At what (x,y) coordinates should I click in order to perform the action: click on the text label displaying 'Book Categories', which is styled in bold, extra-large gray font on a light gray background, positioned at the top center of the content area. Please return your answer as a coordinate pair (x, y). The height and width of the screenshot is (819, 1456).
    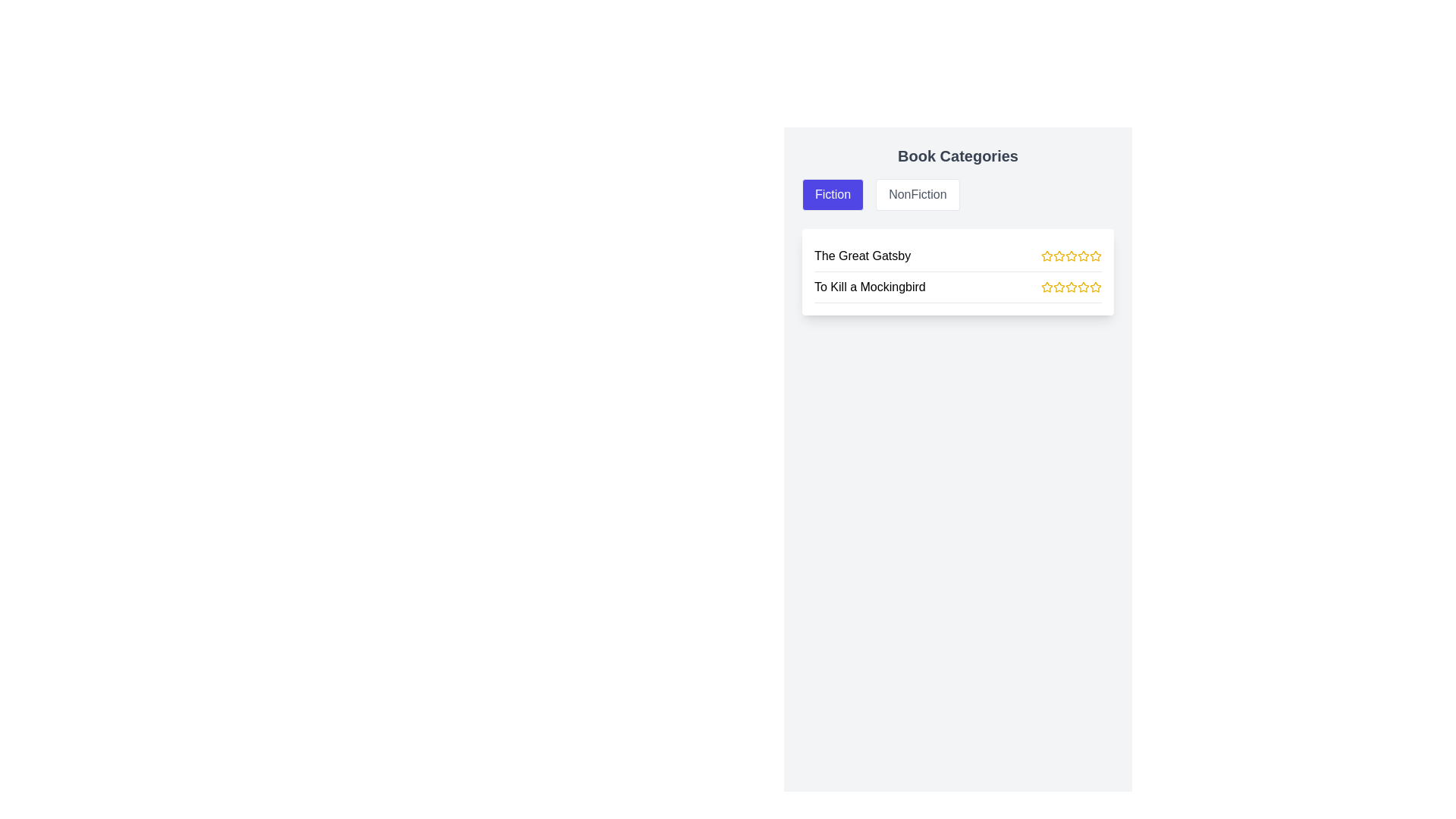
    Looking at the image, I should click on (957, 155).